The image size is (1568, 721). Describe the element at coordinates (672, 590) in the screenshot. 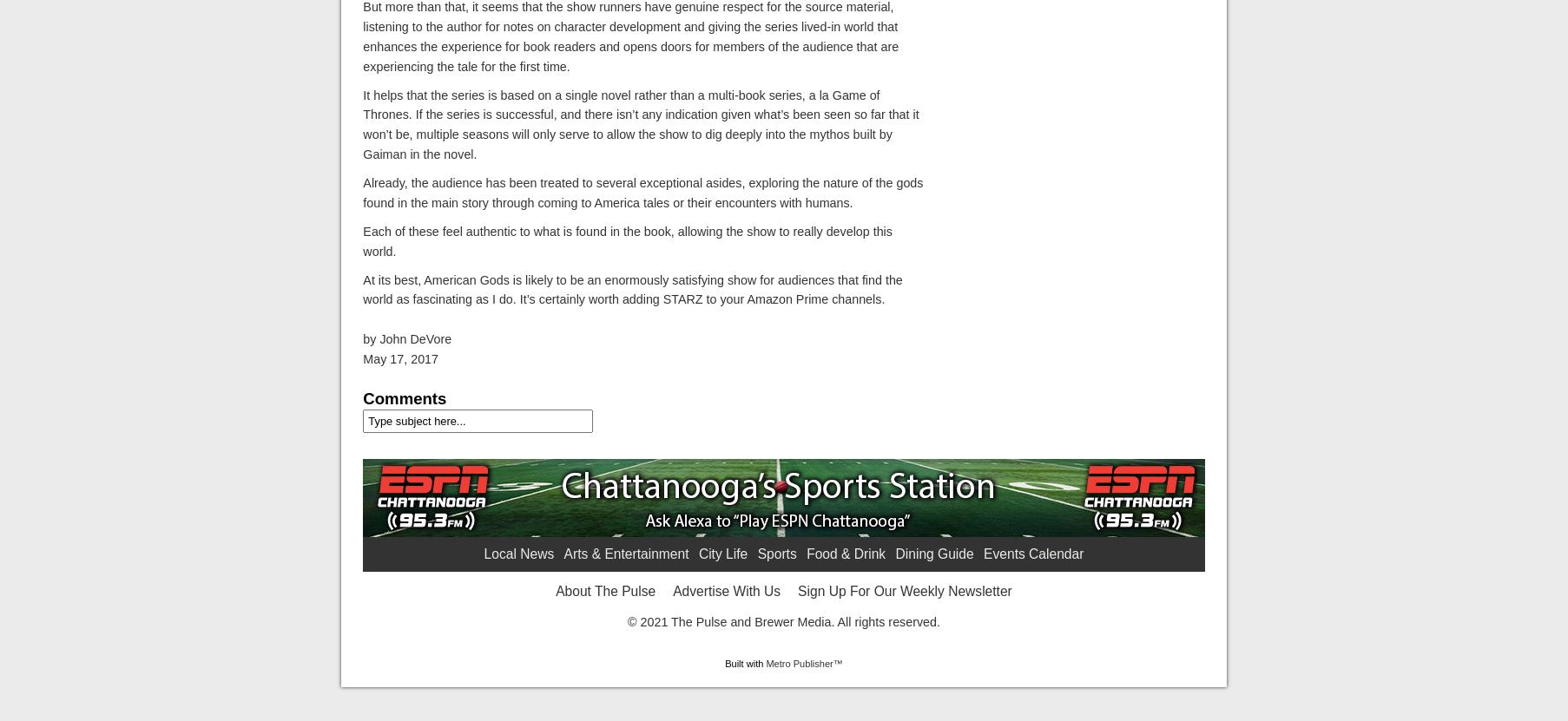

I see `'Advertise With Us'` at that location.